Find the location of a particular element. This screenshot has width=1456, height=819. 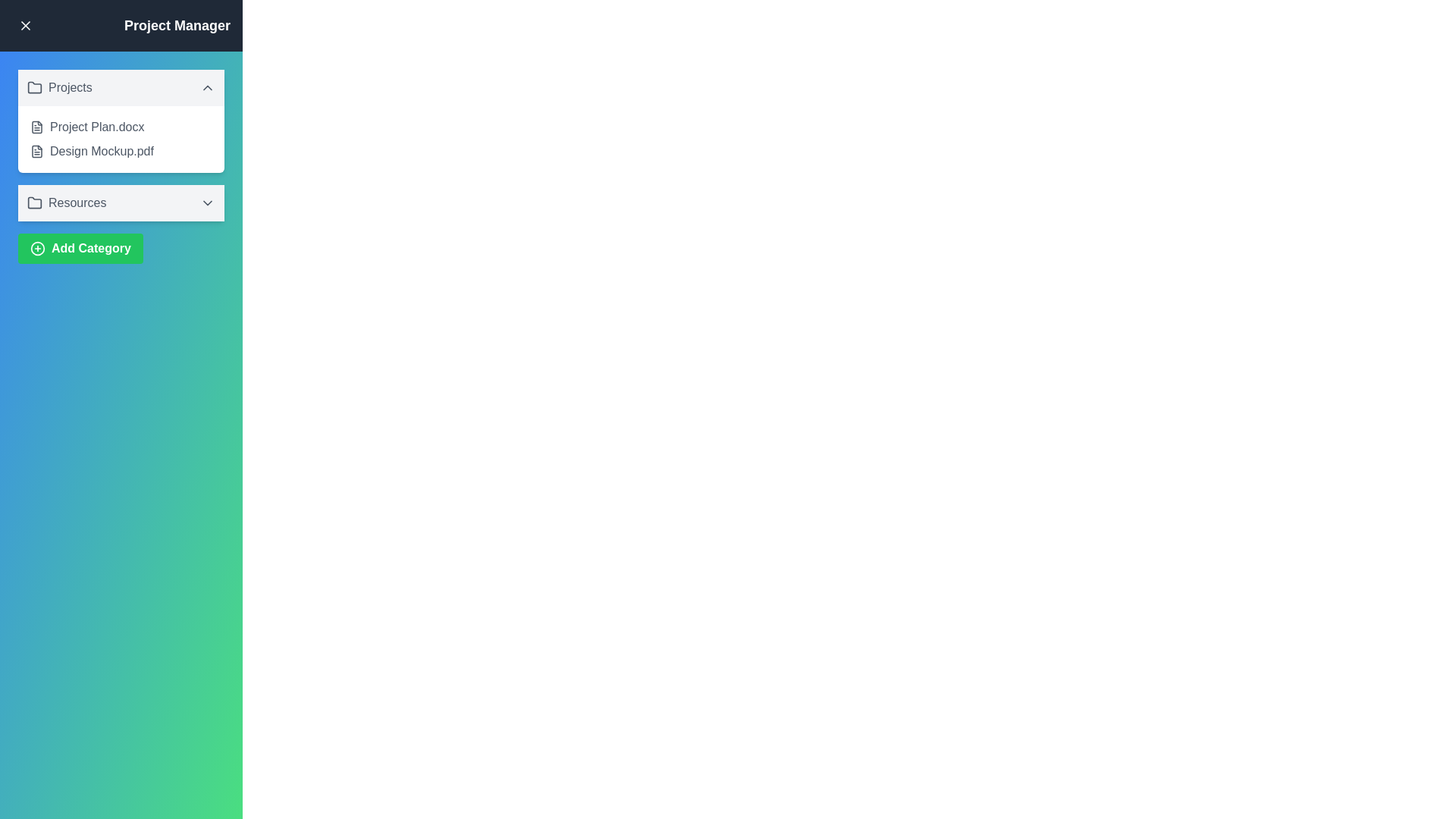

the 'Projects' text label element, which is positioned next to a folder icon and an arrow indicator in the collapsible section header is located at coordinates (69, 87).